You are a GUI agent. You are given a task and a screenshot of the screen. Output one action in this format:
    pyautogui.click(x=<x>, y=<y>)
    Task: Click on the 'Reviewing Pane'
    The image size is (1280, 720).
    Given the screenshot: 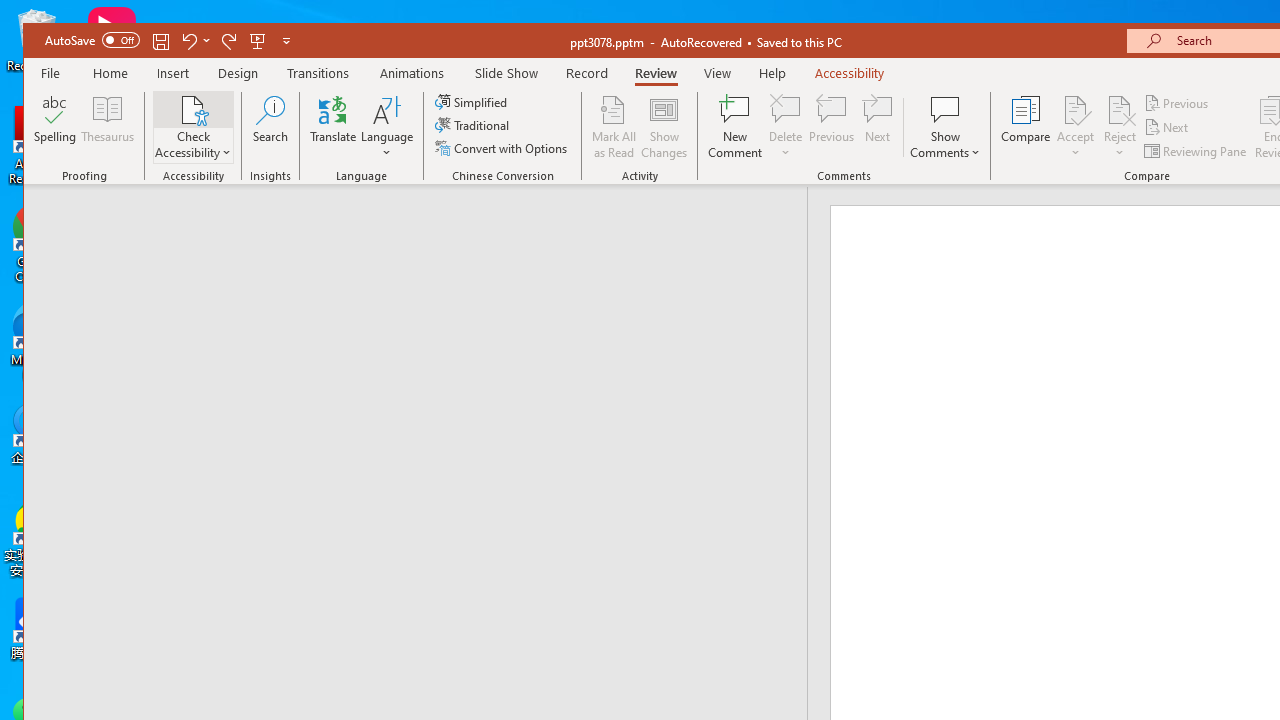 What is the action you would take?
    pyautogui.click(x=1196, y=150)
    